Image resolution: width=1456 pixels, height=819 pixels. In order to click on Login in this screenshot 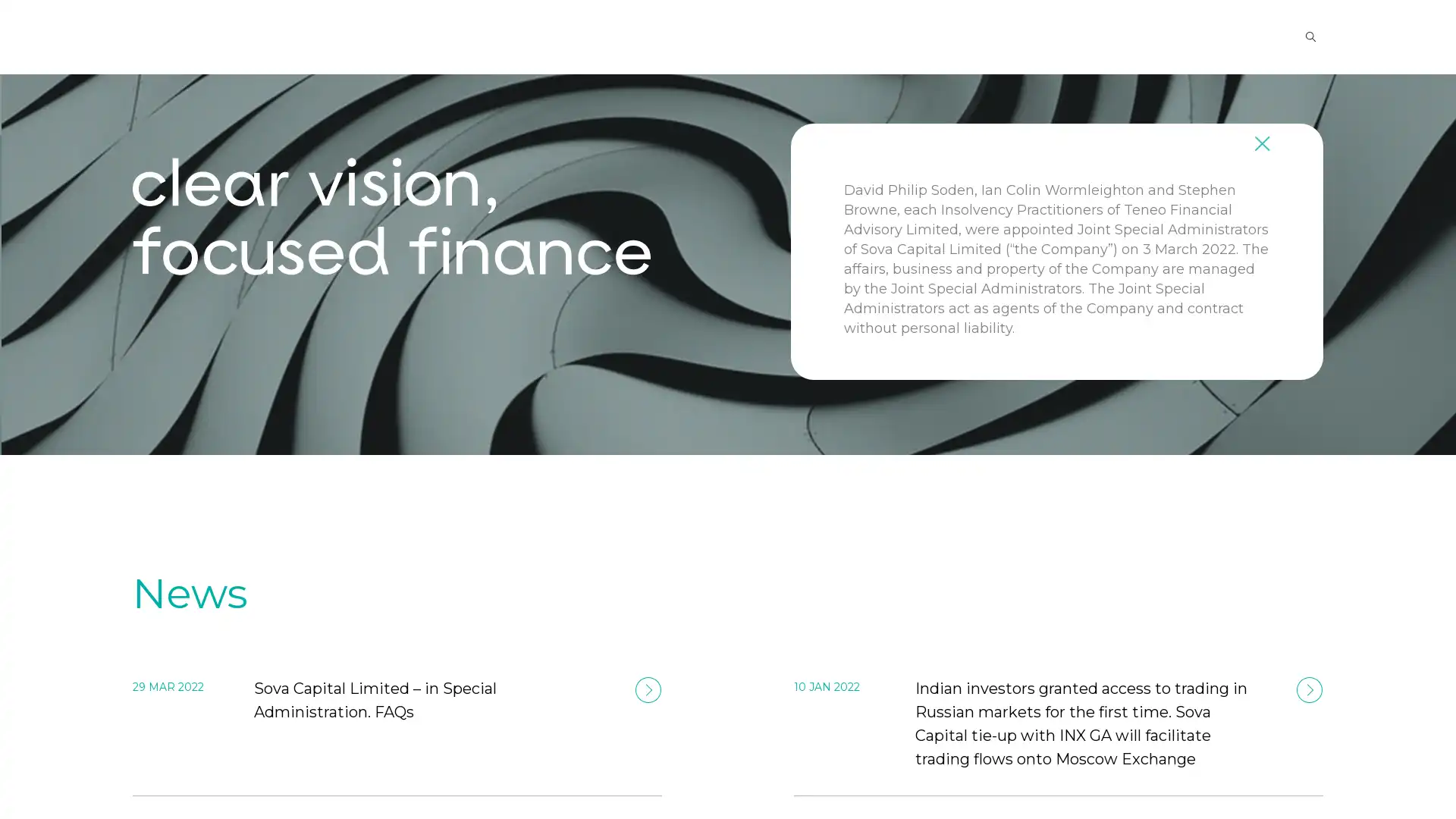, I will do `click(1207, 35)`.